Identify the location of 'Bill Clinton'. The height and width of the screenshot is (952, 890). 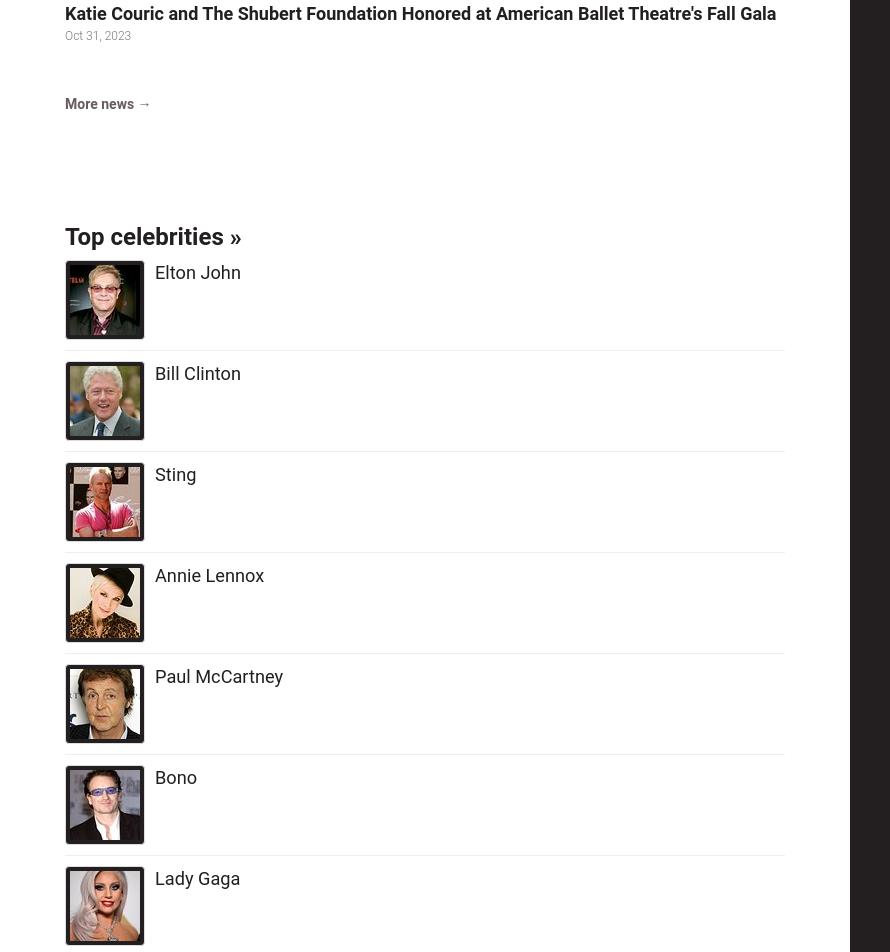
(155, 373).